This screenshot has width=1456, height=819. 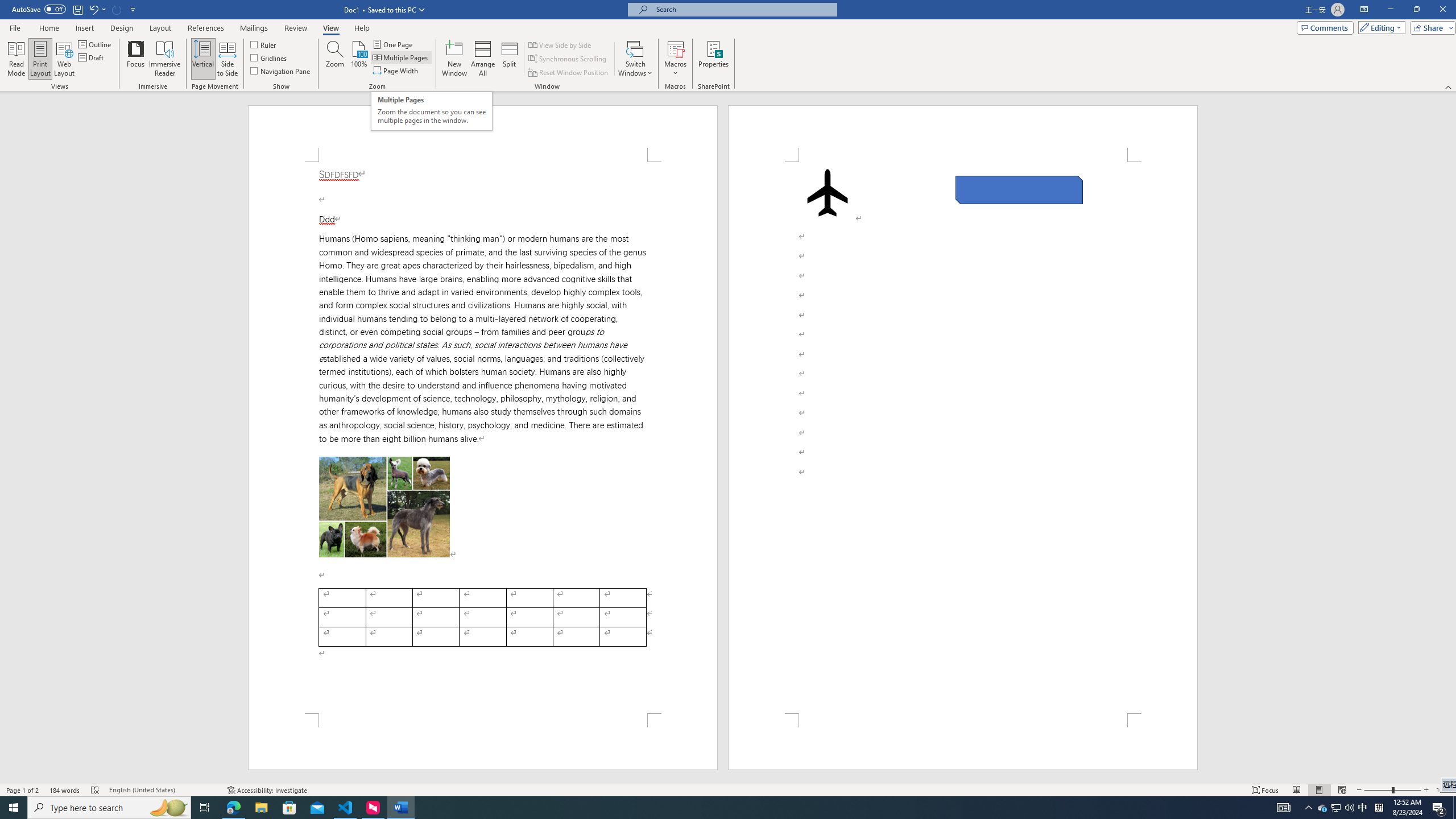 What do you see at coordinates (64, 790) in the screenshot?
I see `'Word Count 184 words'` at bounding box center [64, 790].